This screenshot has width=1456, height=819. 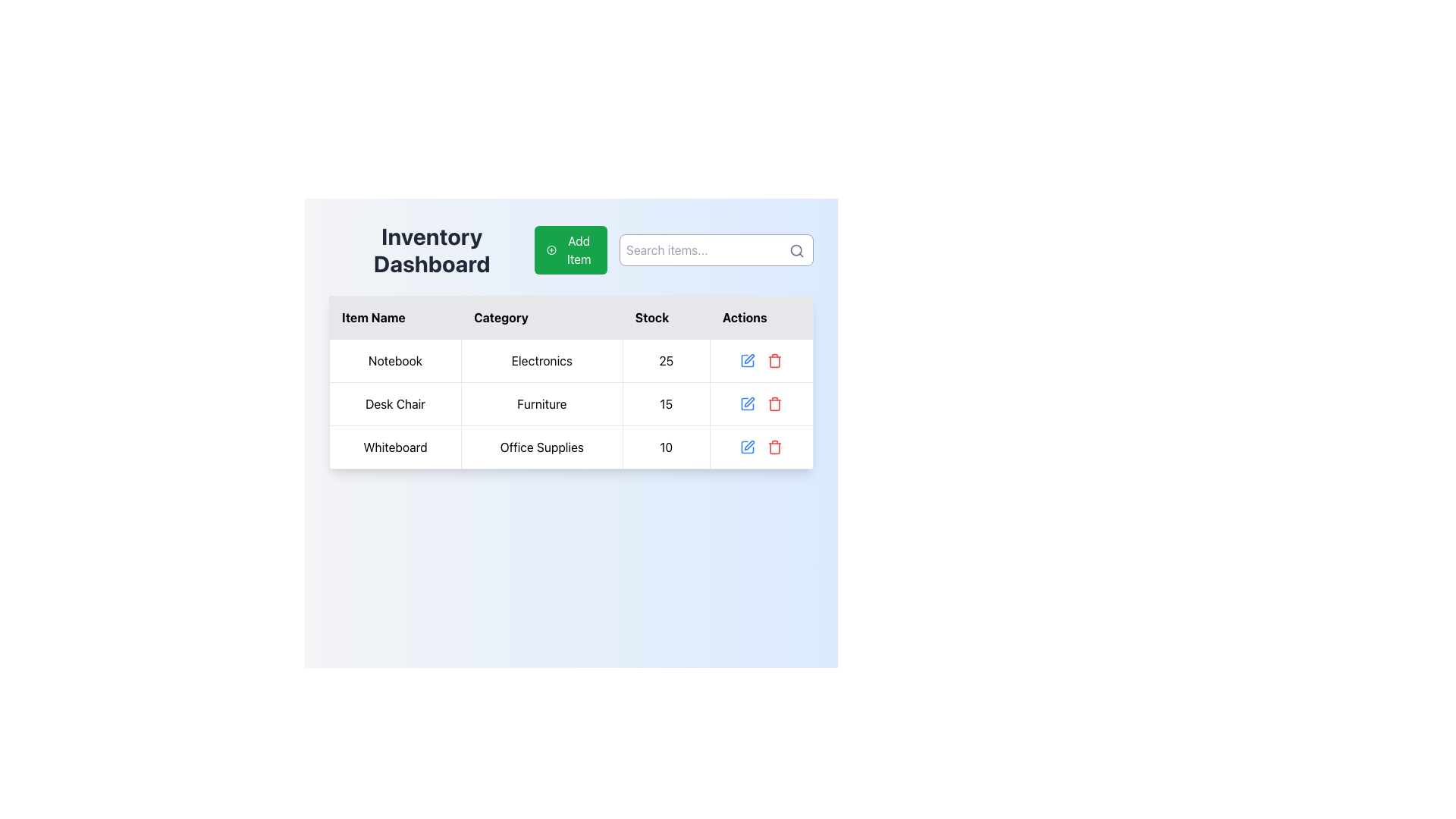 I want to click on the text box displaying the number '25' under the 'Stock' column for the 'Notebook' entry in the table, so click(x=666, y=360).